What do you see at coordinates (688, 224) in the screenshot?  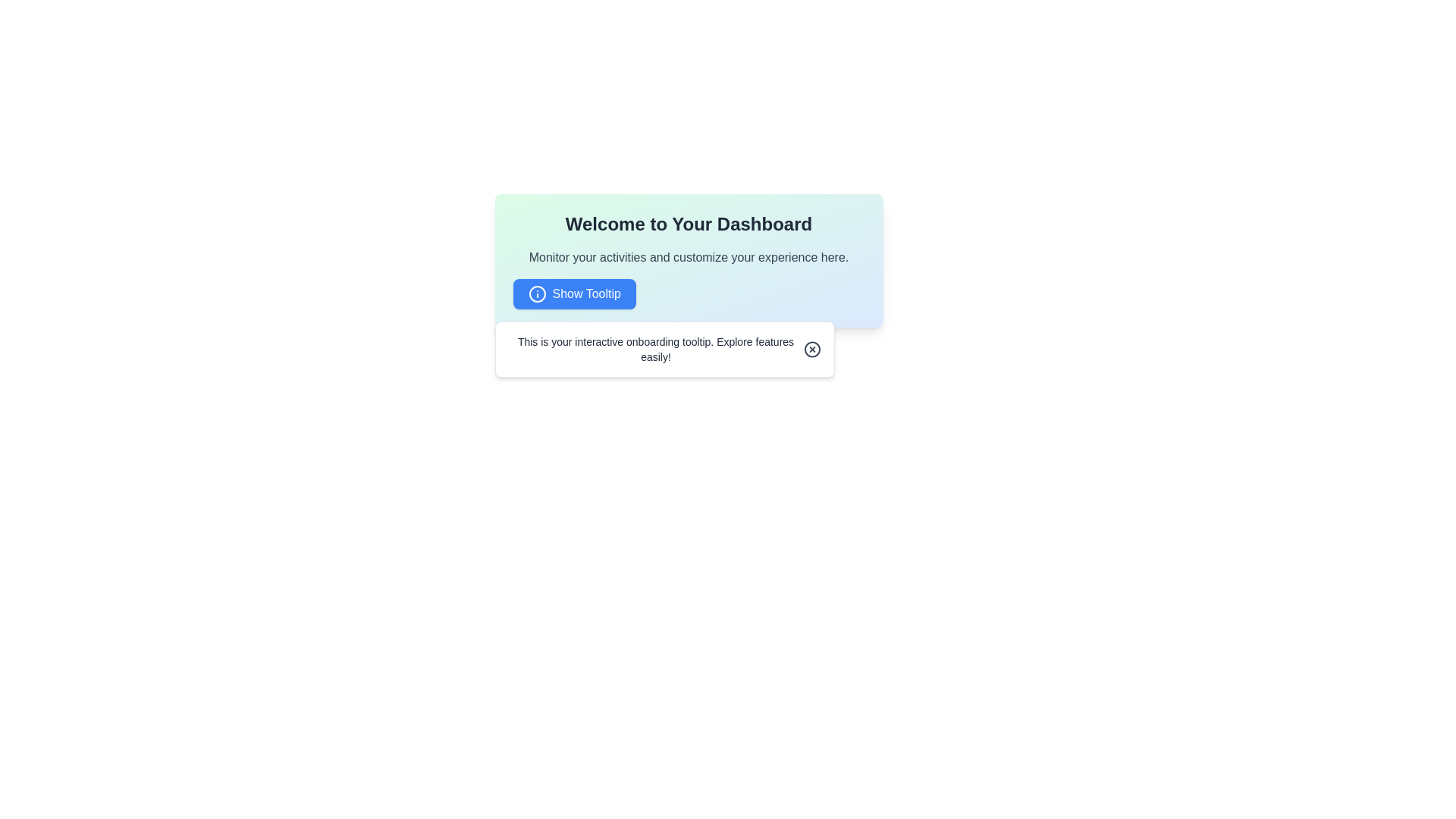 I see `the main heading text at the top of the card layout that introduces the dashboard` at bounding box center [688, 224].